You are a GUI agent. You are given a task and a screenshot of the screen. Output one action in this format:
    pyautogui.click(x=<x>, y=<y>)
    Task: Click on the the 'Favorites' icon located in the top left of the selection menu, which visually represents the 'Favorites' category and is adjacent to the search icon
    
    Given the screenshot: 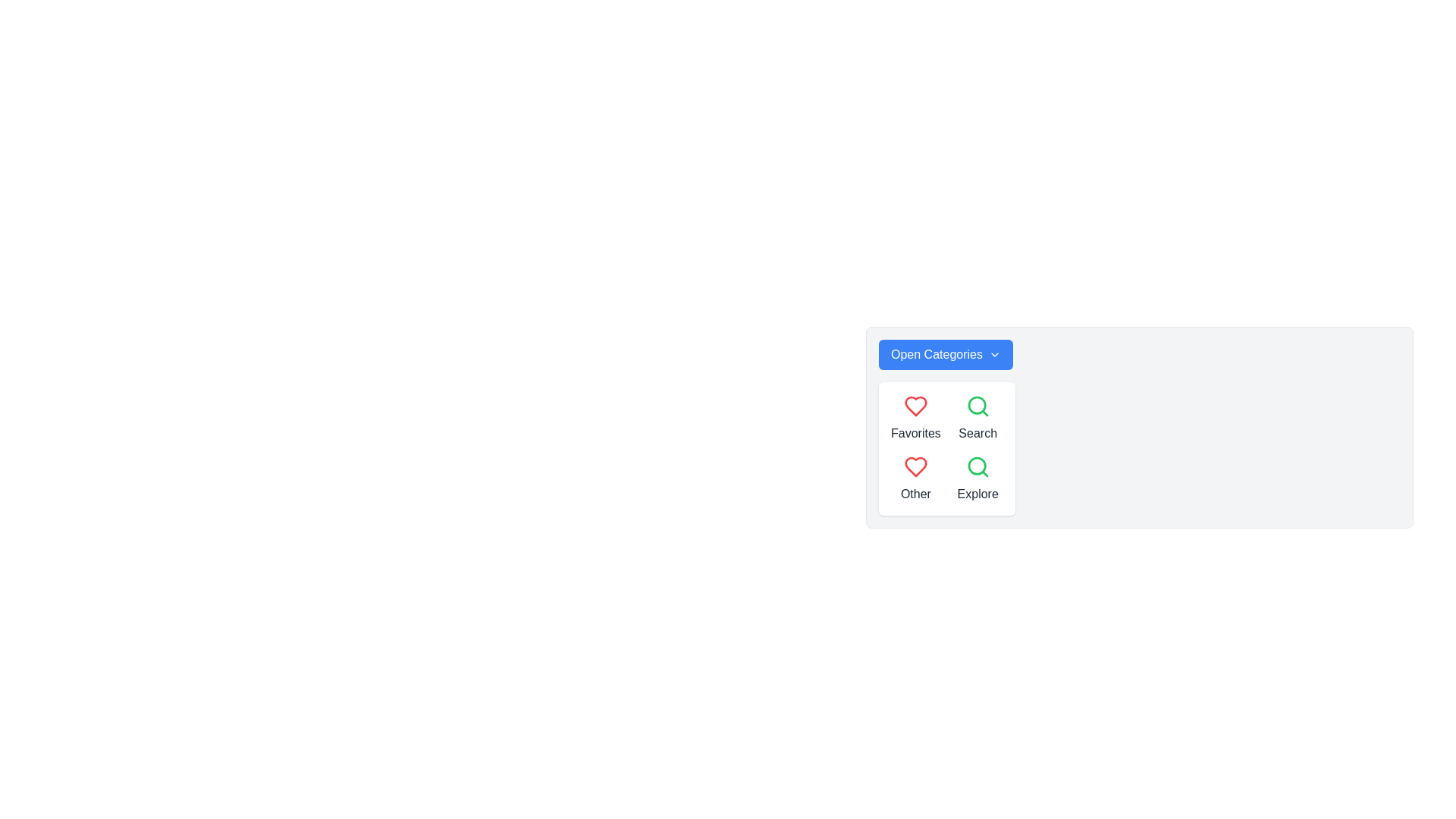 What is the action you would take?
    pyautogui.click(x=915, y=406)
    